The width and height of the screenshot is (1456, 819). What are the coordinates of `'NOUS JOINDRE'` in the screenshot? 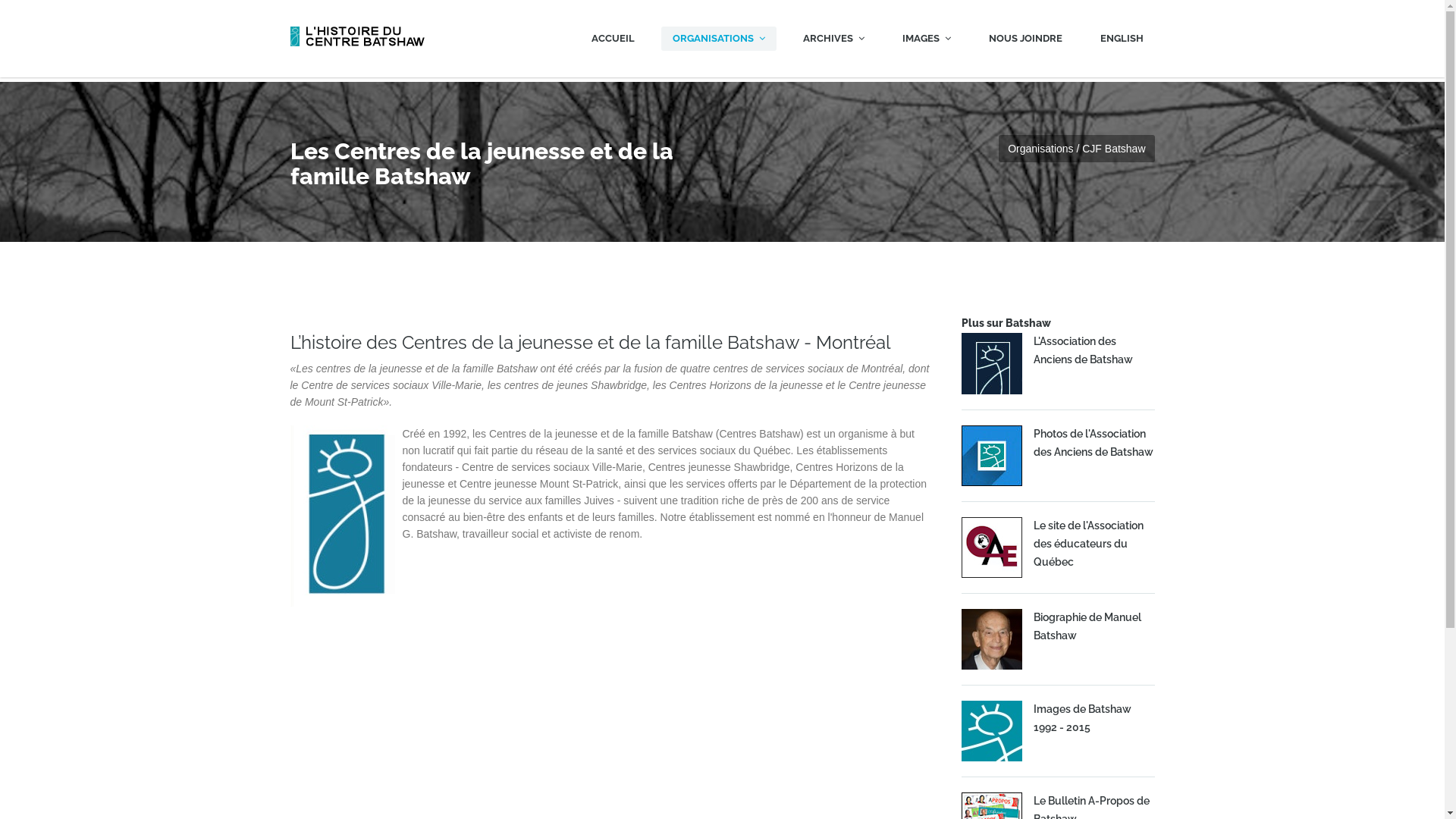 It's located at (1025, 37).